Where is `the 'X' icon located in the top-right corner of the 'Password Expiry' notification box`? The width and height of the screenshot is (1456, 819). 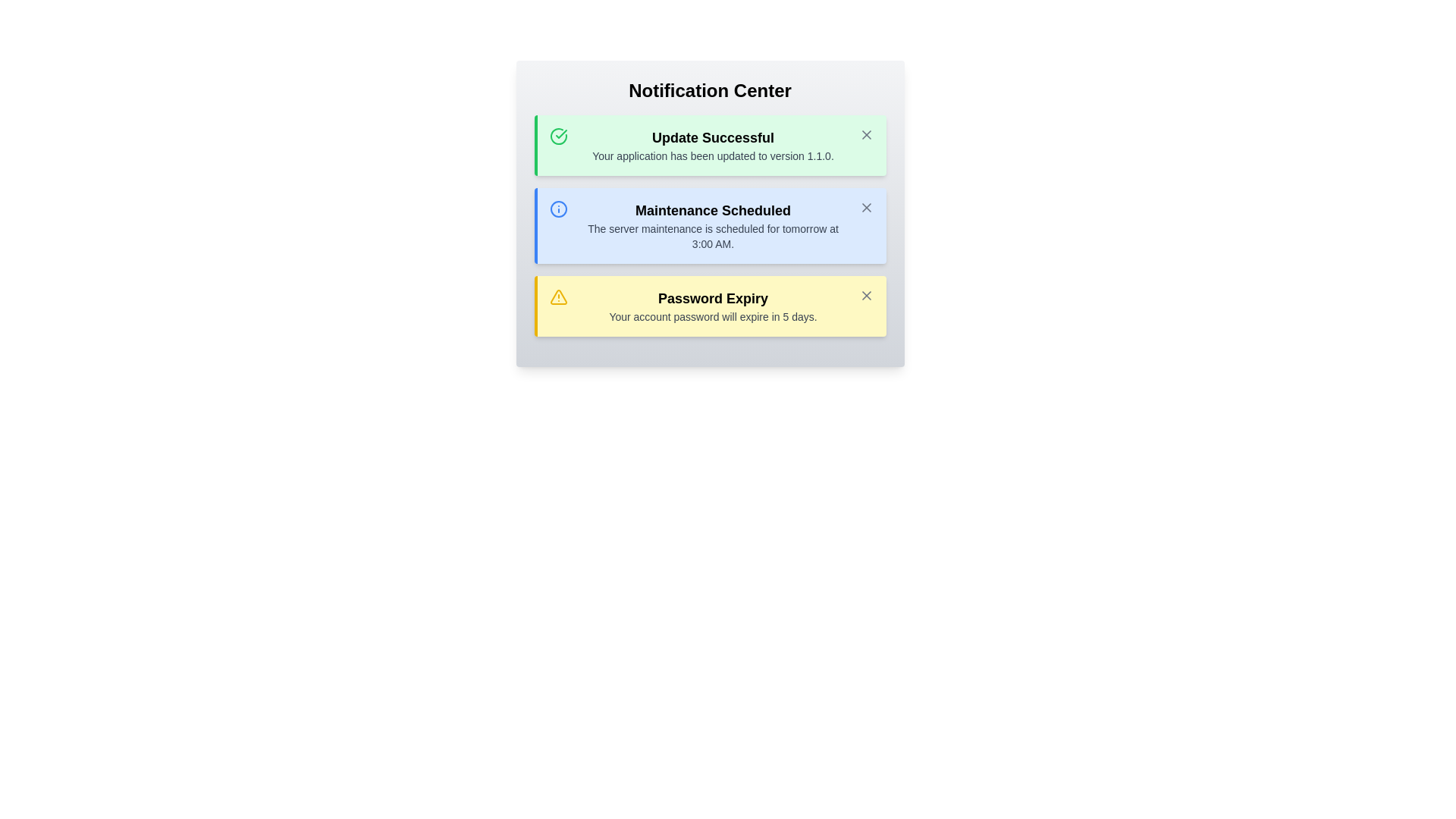
the 'X' icon located in the top-right corner of the 'Password Expiry' notification box is located at coordinates (866, 295).